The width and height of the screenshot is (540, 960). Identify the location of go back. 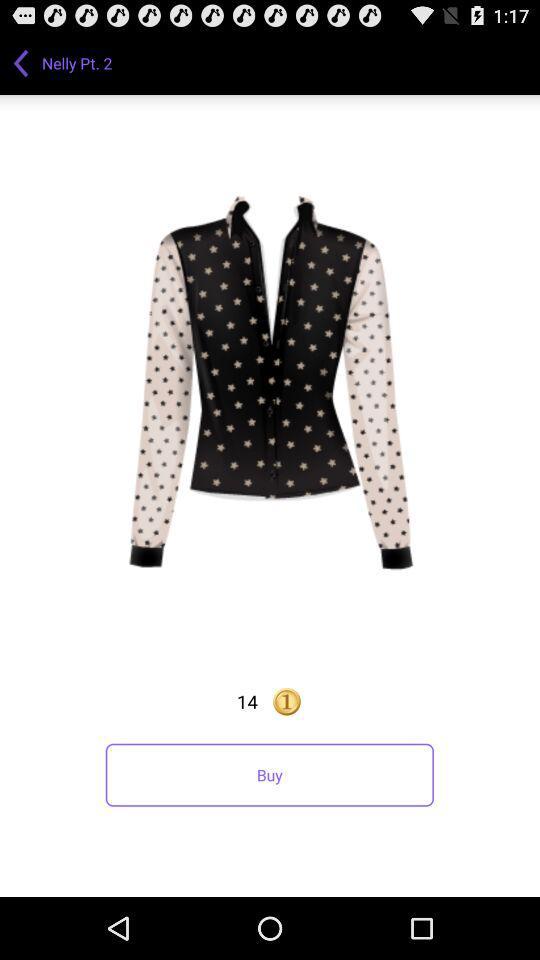
(20, 62).